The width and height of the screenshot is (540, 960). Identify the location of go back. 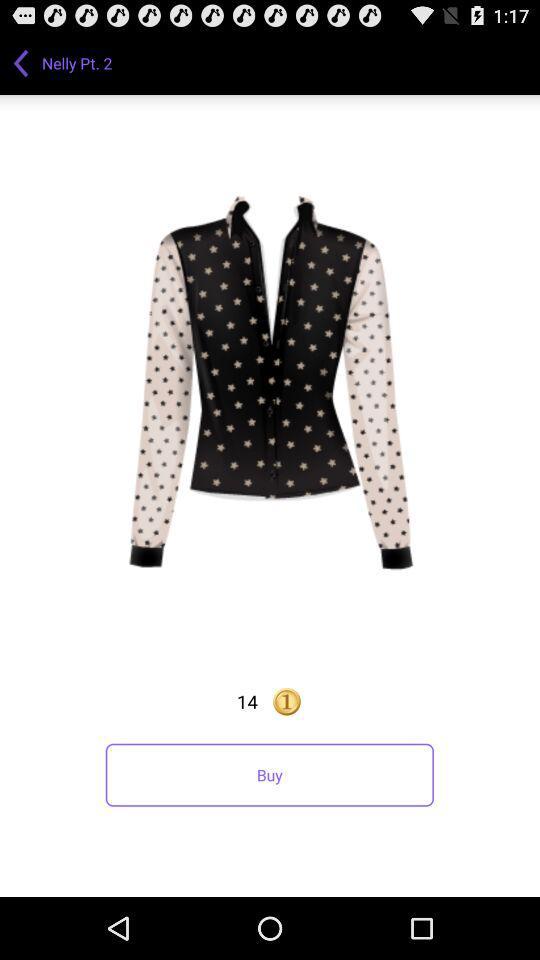
(20, 62).